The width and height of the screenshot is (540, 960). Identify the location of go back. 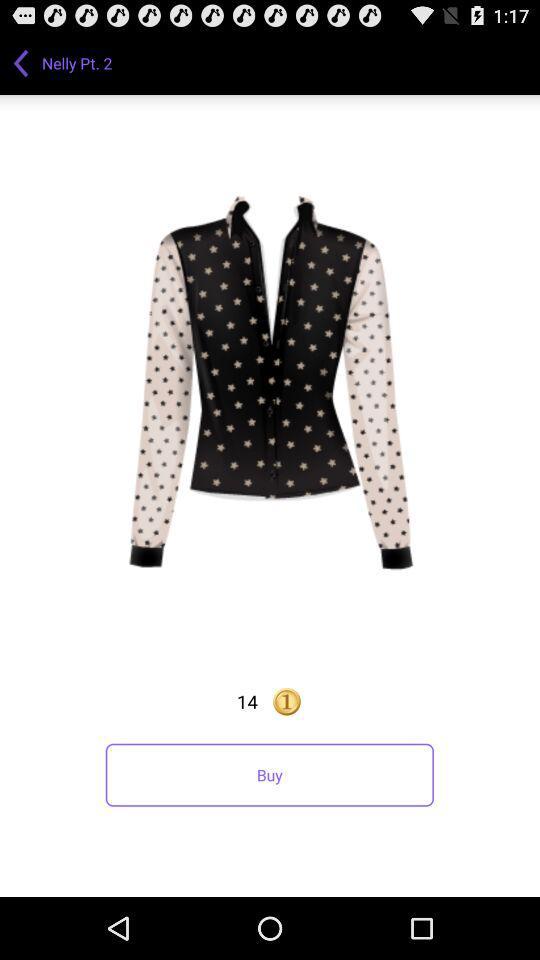
(20, 62).